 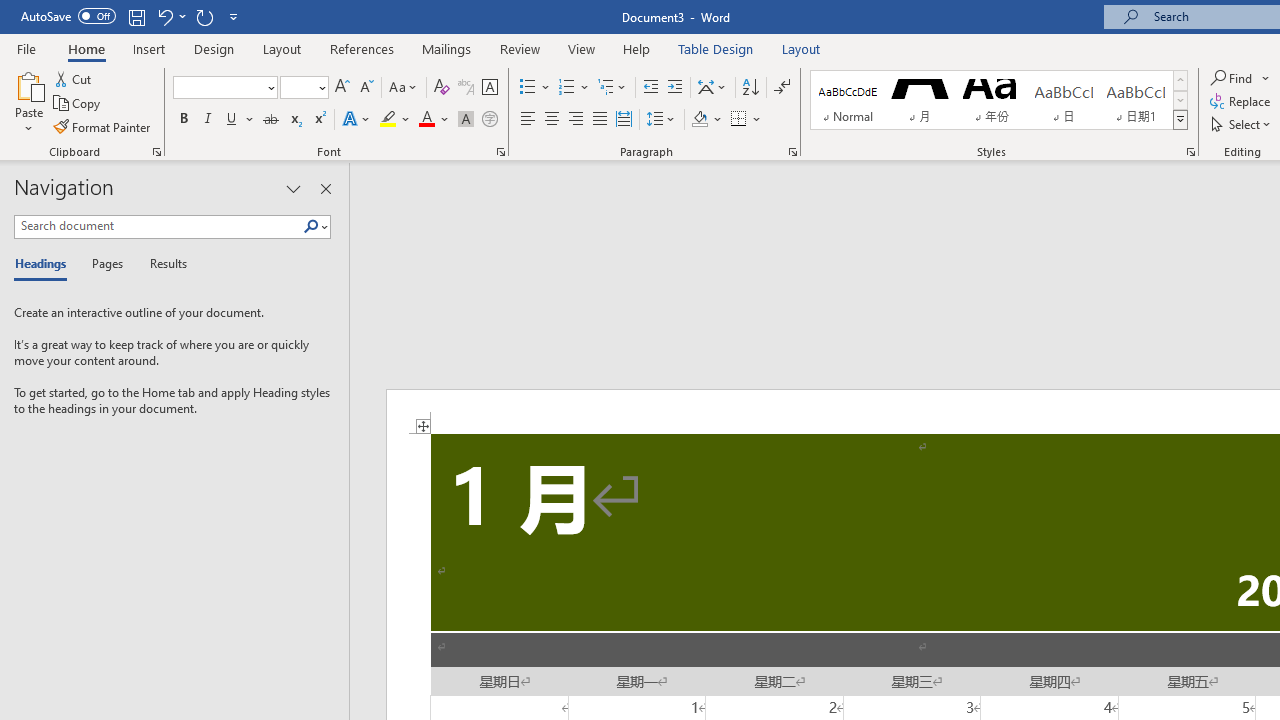 I want to click on 'Quick Access Toolbar', so click(x=130, y=16).